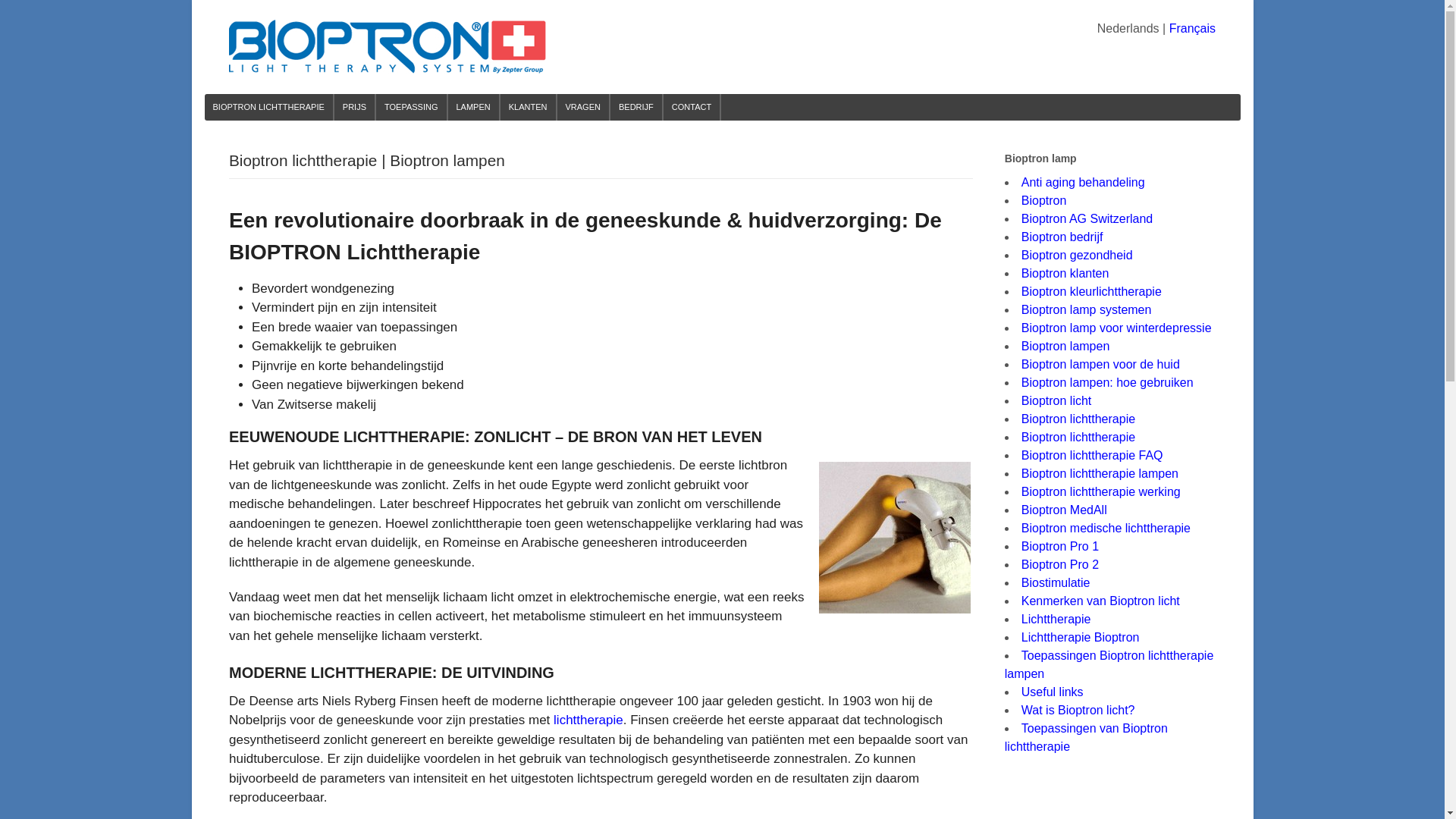  I want to click on 'Bioptron Pro 1', so click(1059, 546).